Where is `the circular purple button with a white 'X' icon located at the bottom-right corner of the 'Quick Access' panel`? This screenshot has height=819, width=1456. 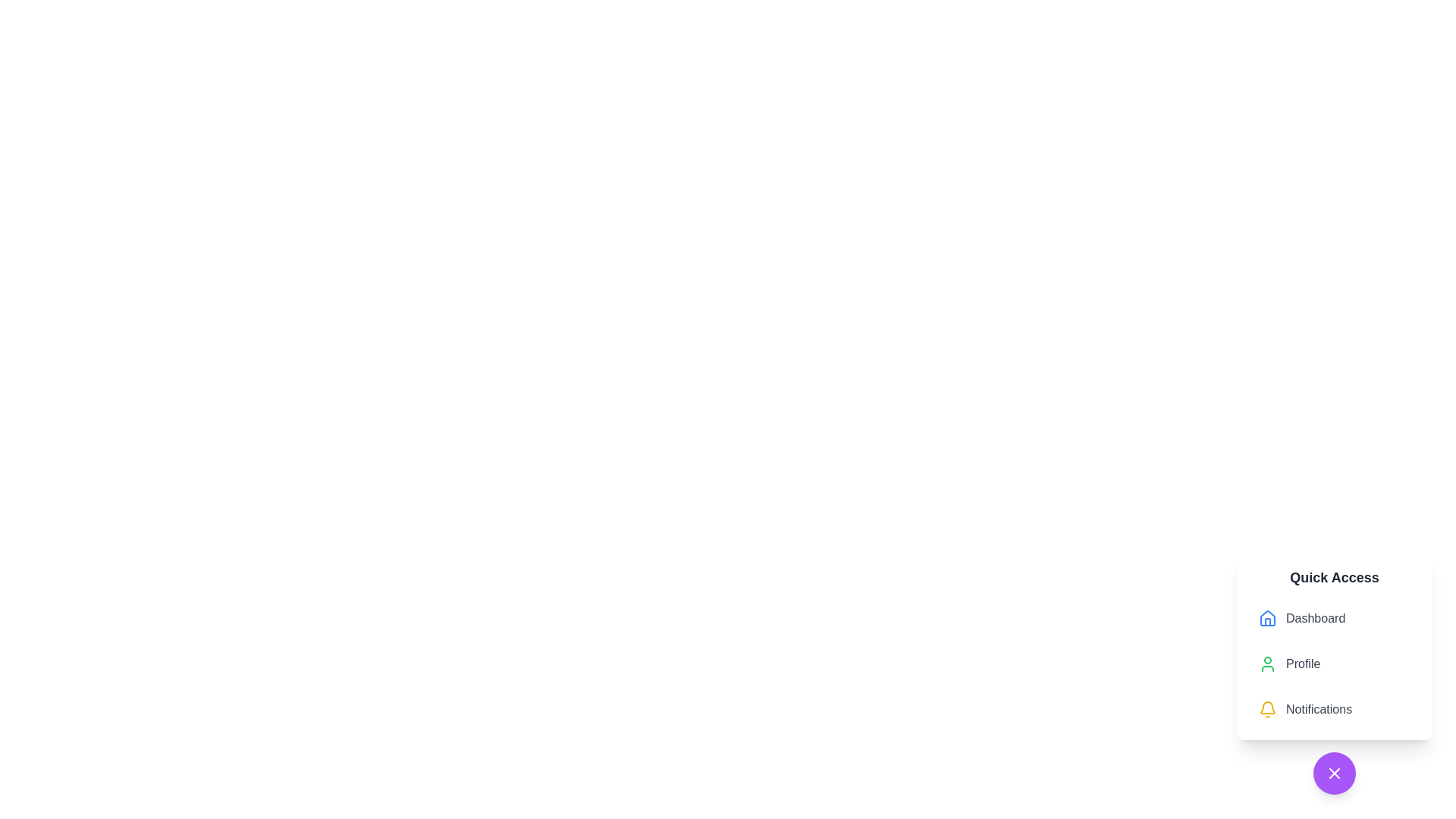 the circular purple button with a white 'X' icon located at the bottom-right corner of the 'Quick Access' panel is located at coordinates (1335, 773).